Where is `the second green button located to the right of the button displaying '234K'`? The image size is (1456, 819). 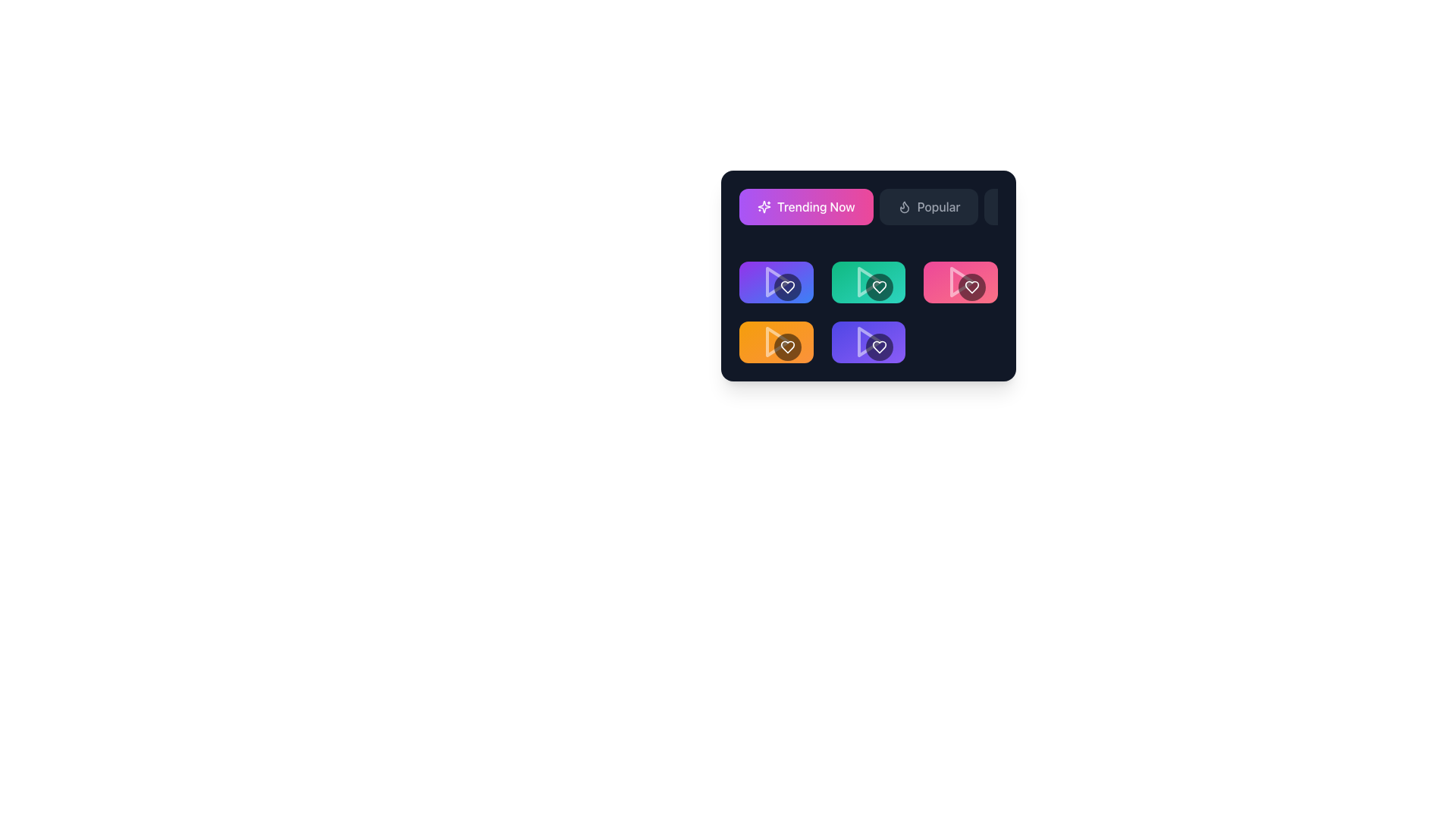
the second green button located to the right of the button displaying '234K' is located at coordinates (865, 275).